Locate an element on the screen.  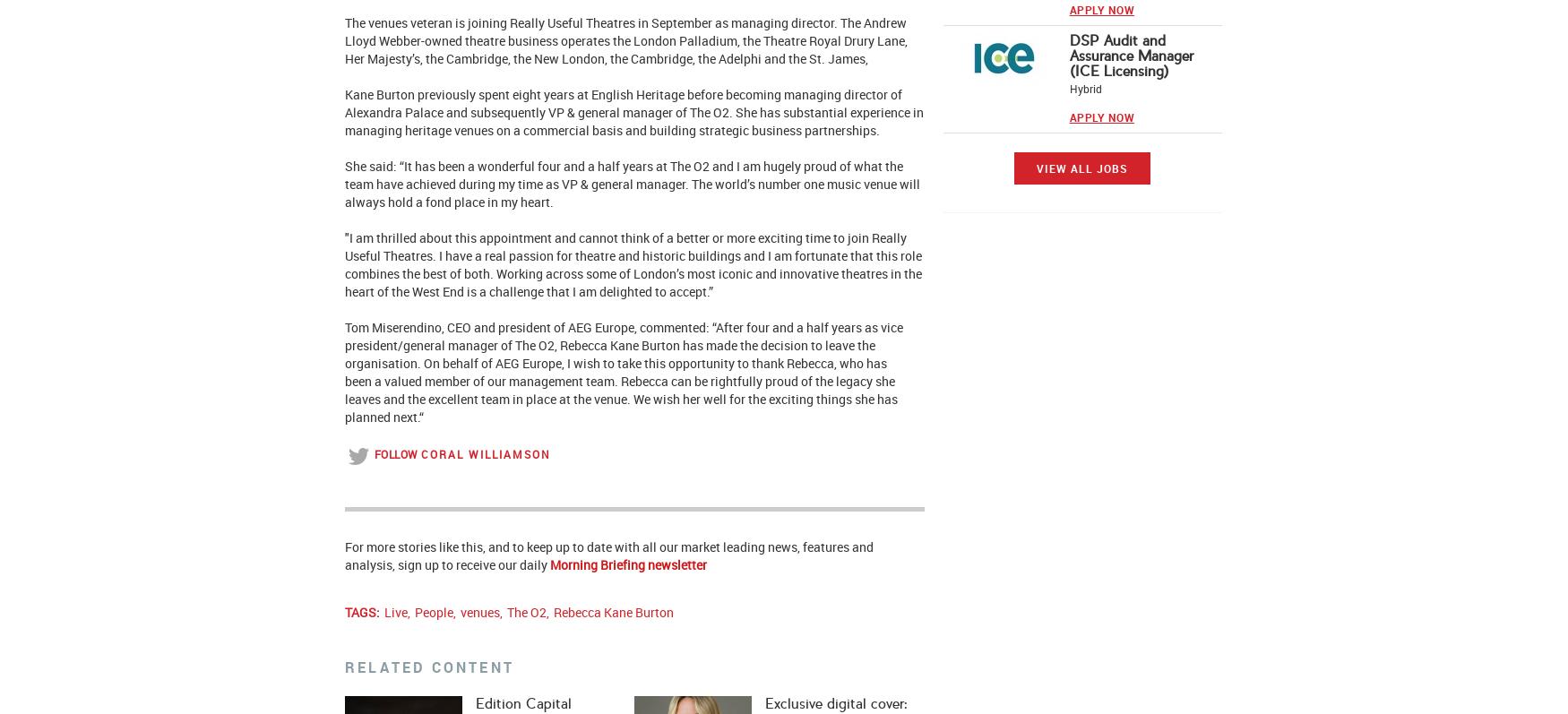
'theatre business operates the London Palladium, the Theatre Royal Drury Lane, Her Majesty’s, the Cambridge, the New London, the Cambridge, the Adelphi and the St. James,' is located at coordinates (625, 49).